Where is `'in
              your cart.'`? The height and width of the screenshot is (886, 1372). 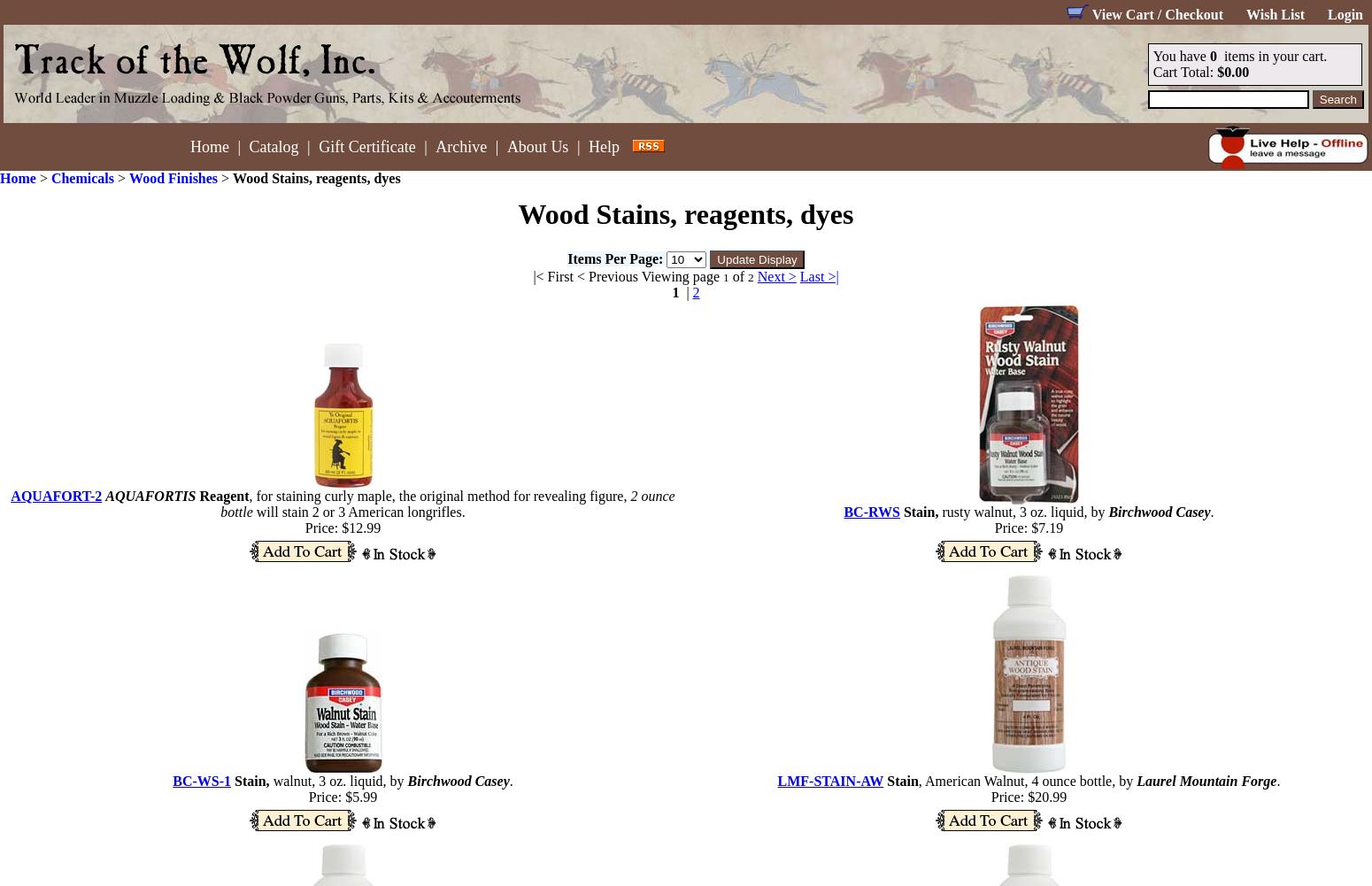
'in
              your cart.' is located at coordinates (1289, 56).